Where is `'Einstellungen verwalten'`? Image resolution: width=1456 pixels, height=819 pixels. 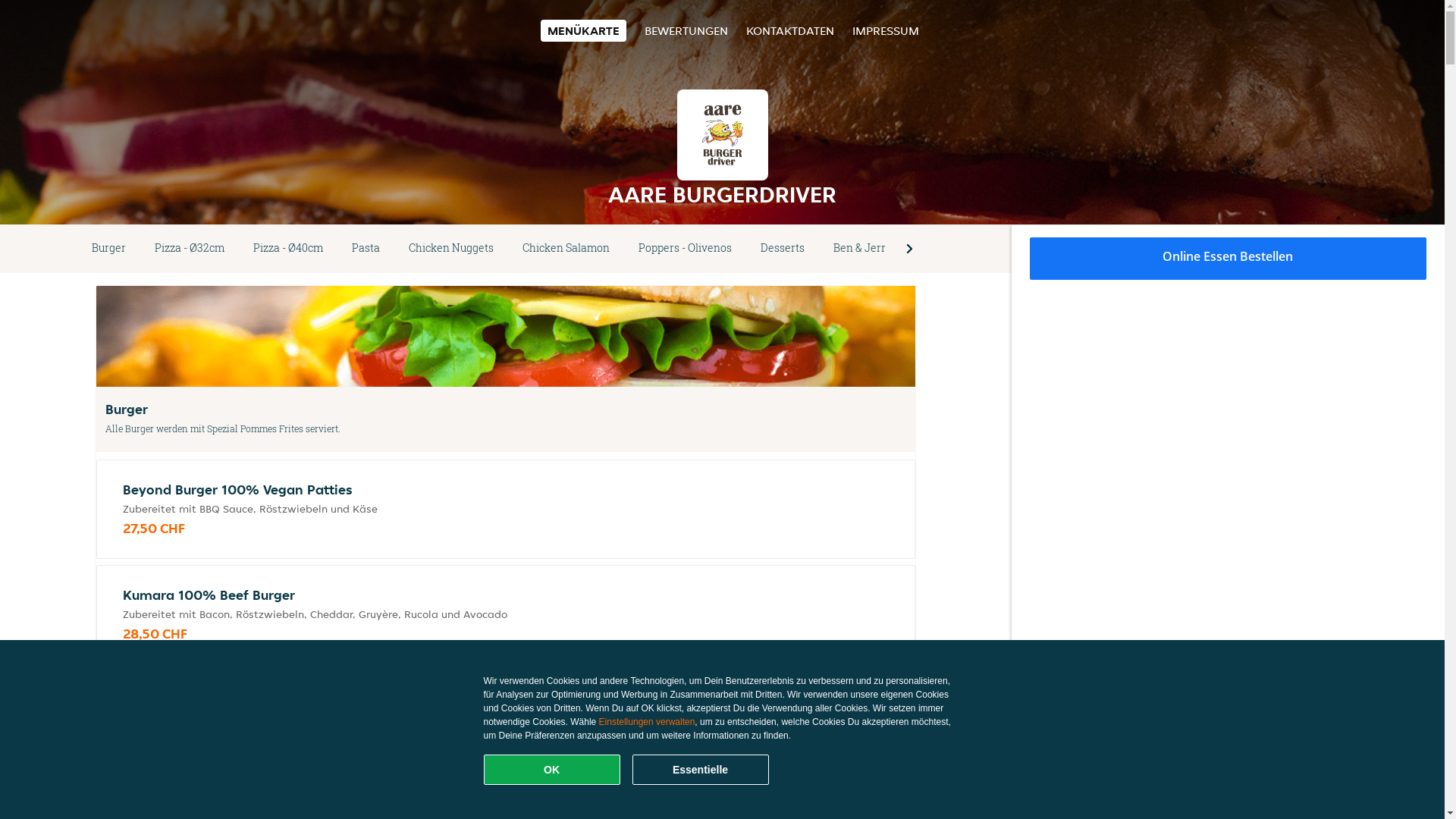 'Einstellungen verwalten' is located at coordinates (647, 721).